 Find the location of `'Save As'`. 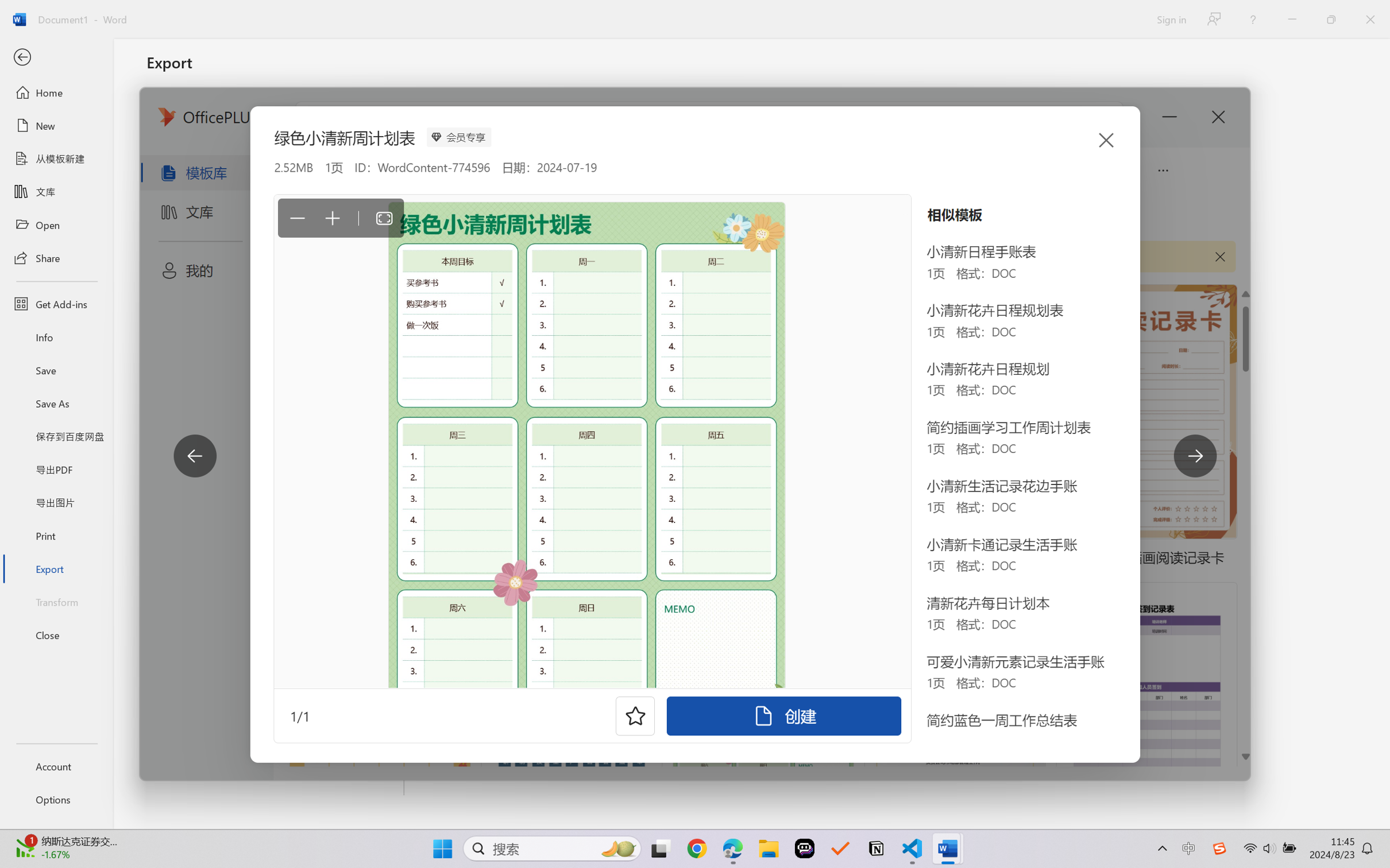

'Save As' is located at coordinates (56, 403).